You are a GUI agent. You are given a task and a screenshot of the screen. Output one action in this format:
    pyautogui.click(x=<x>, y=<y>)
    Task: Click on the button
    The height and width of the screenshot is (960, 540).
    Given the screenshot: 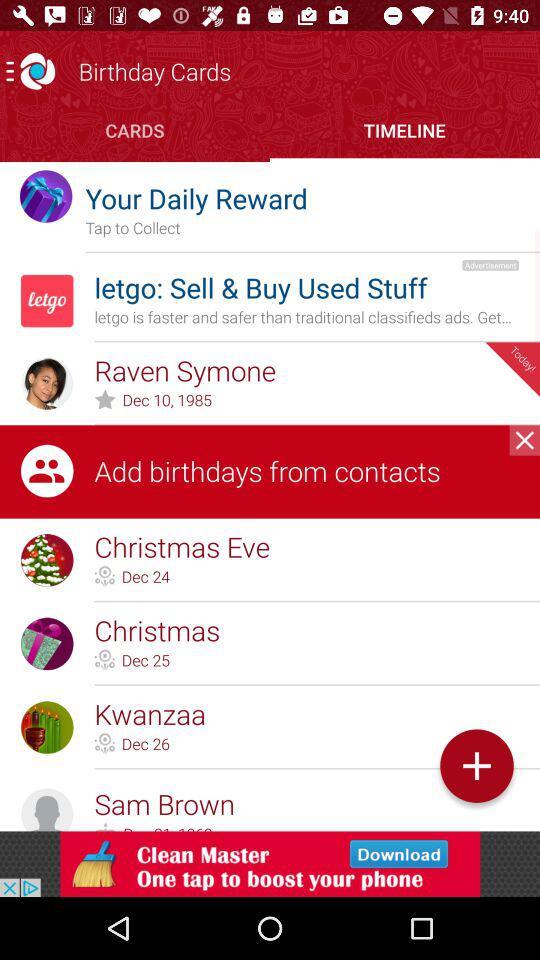 What is the action you would take?
    pyautogui.click(x=475, y=765)
    